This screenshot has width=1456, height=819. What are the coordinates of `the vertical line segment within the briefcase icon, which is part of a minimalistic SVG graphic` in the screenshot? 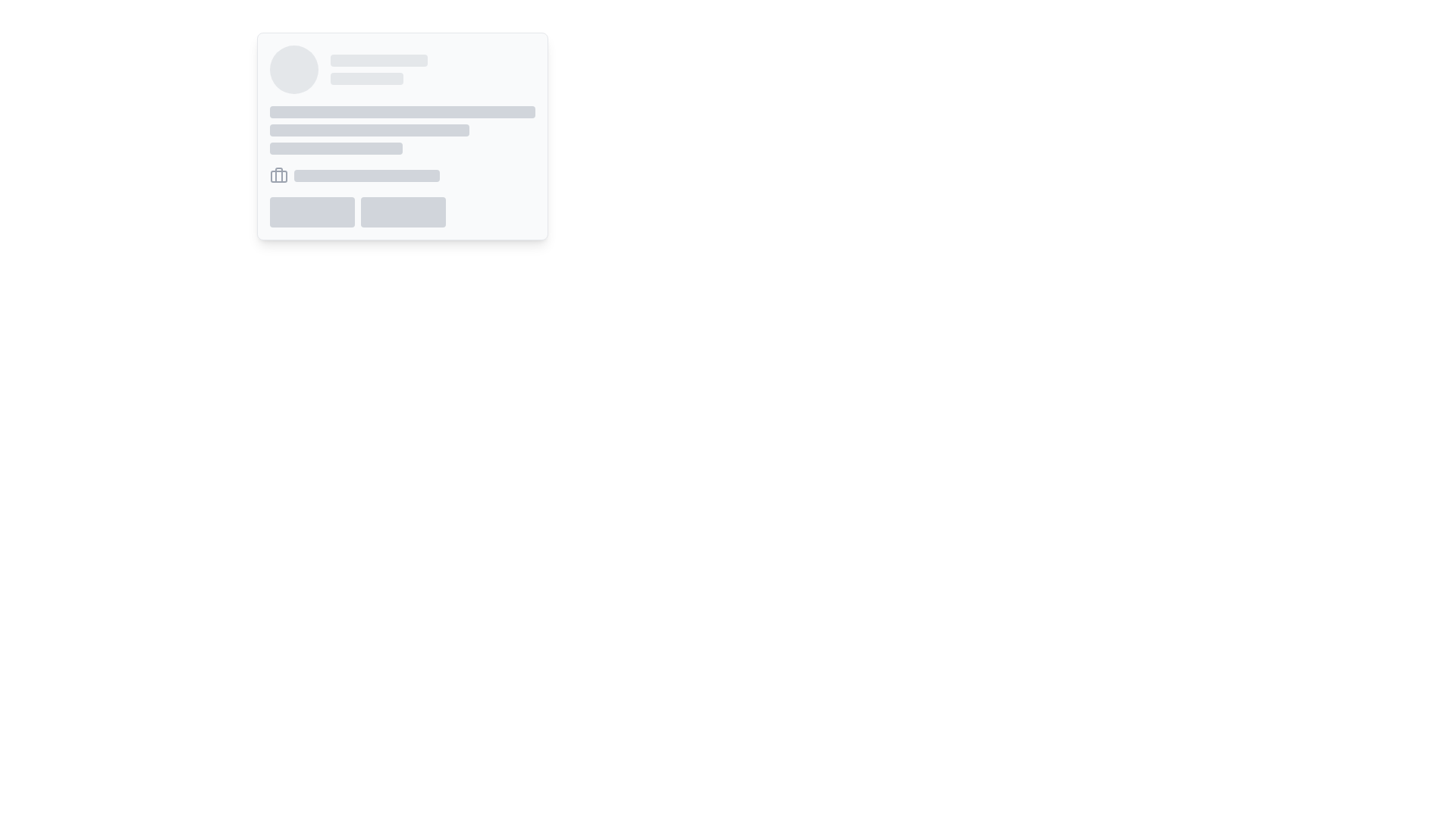 It's located at (279, 174).